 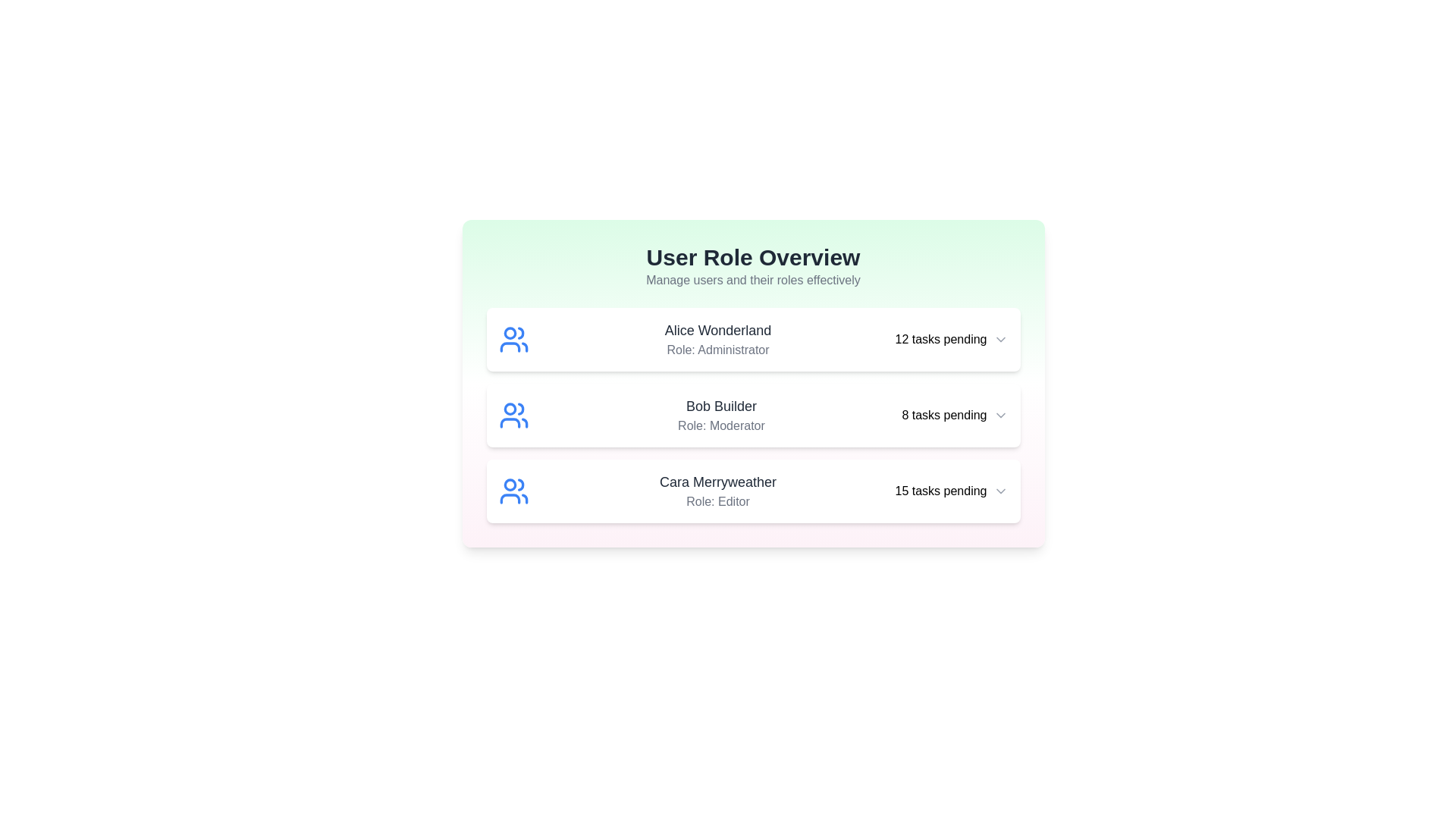 I want to click on the dropdown icon for Cara Merryweather to view more options, so click(x=1000, y=491).